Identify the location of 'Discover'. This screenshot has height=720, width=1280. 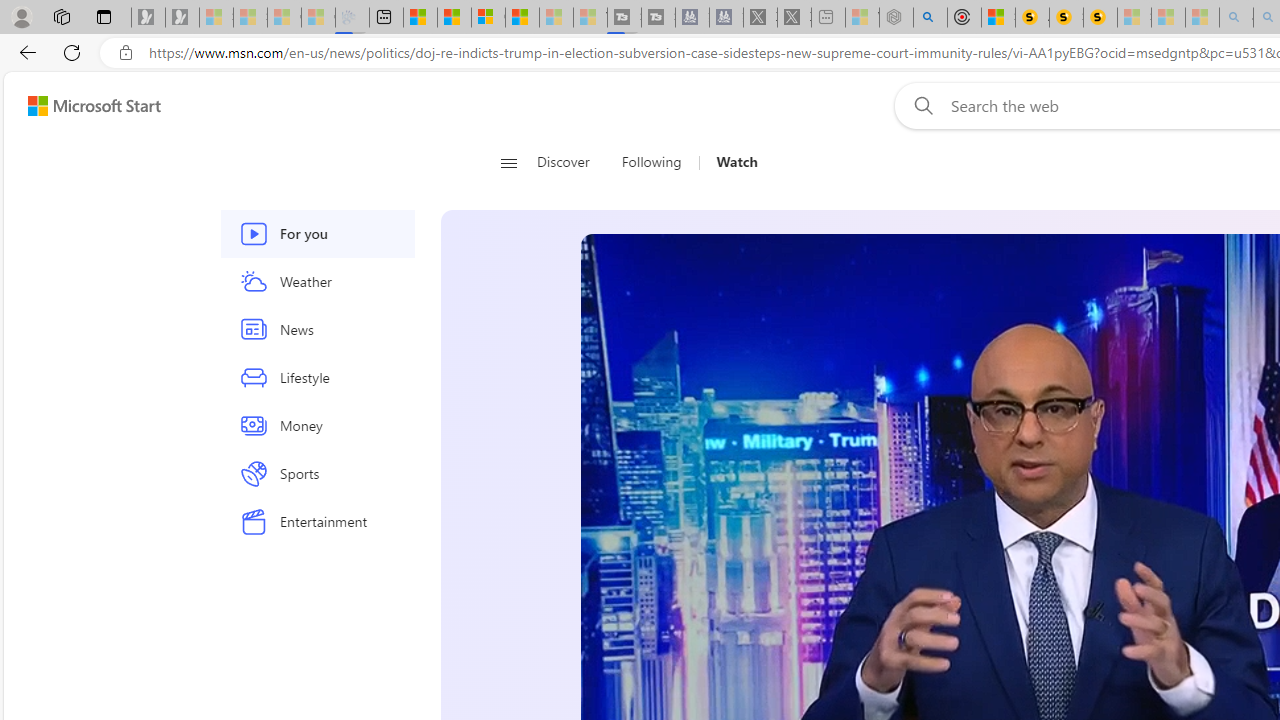
(562, 162).